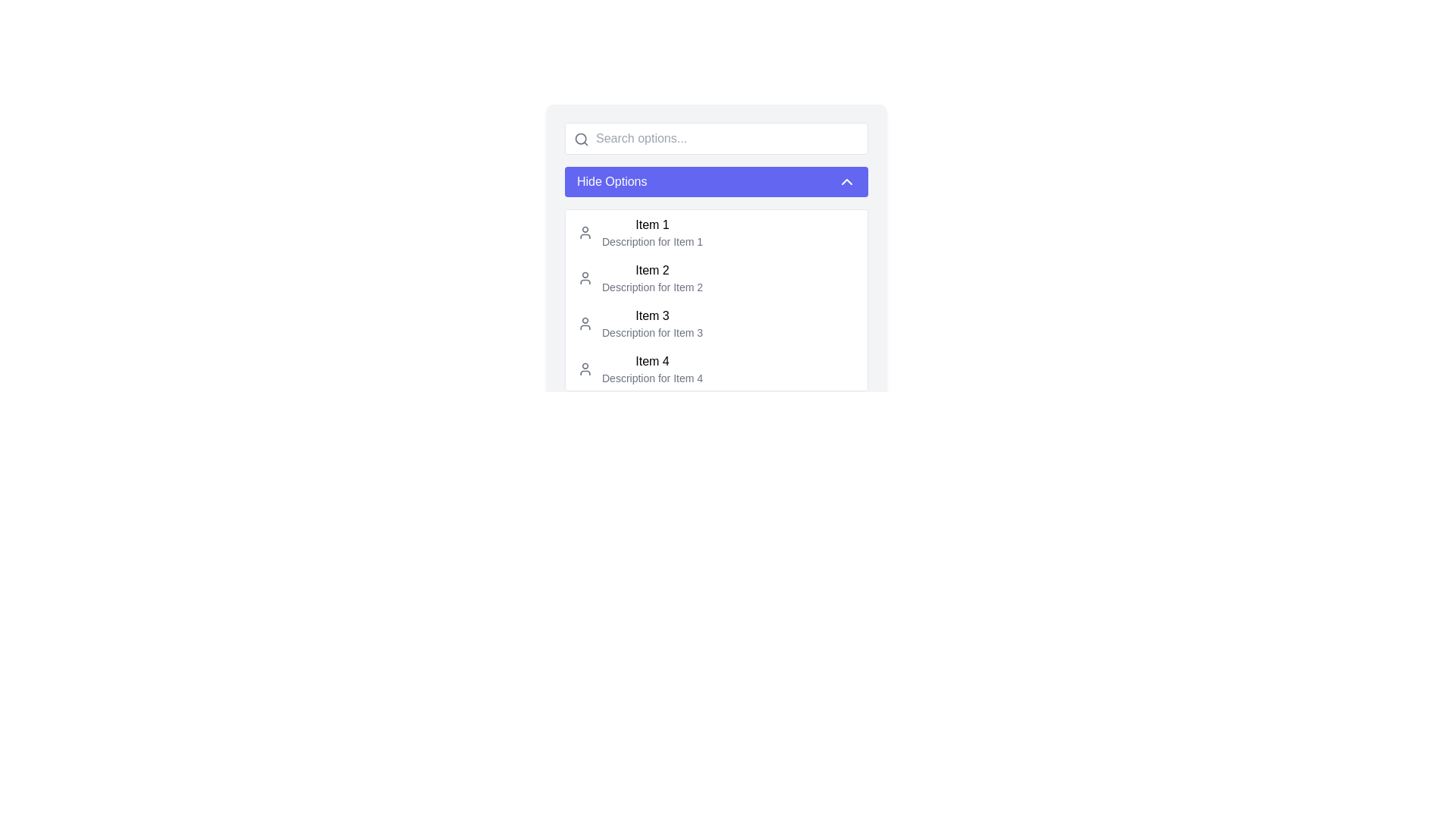  Describe the element at coordinates (652, 278) in the screenshot. I see `the second entry in the list titled 'Item 2', which displays 'Description for Item 2'` at that location.